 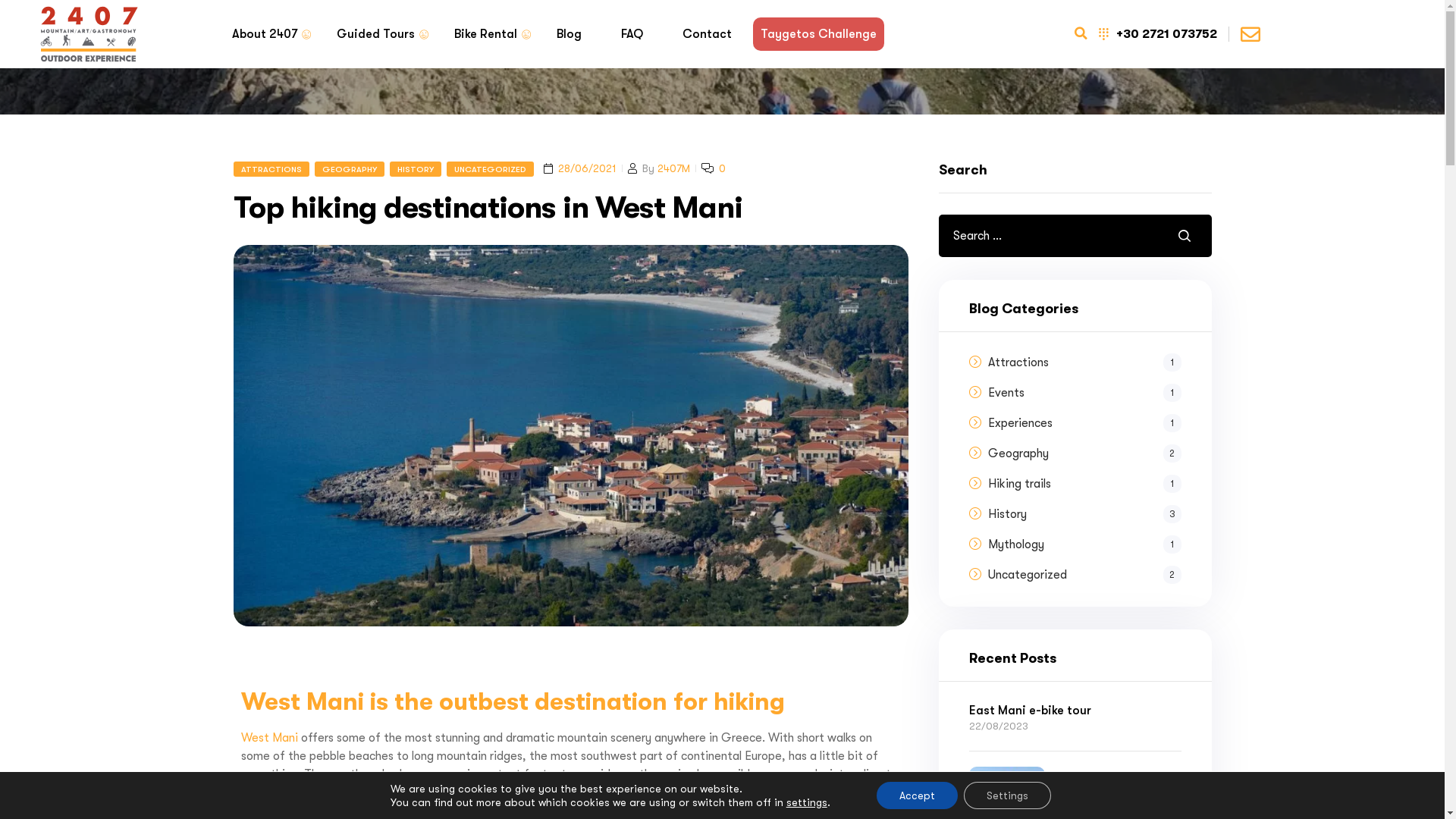 I want to click on '0', so click(x=718, y=168).